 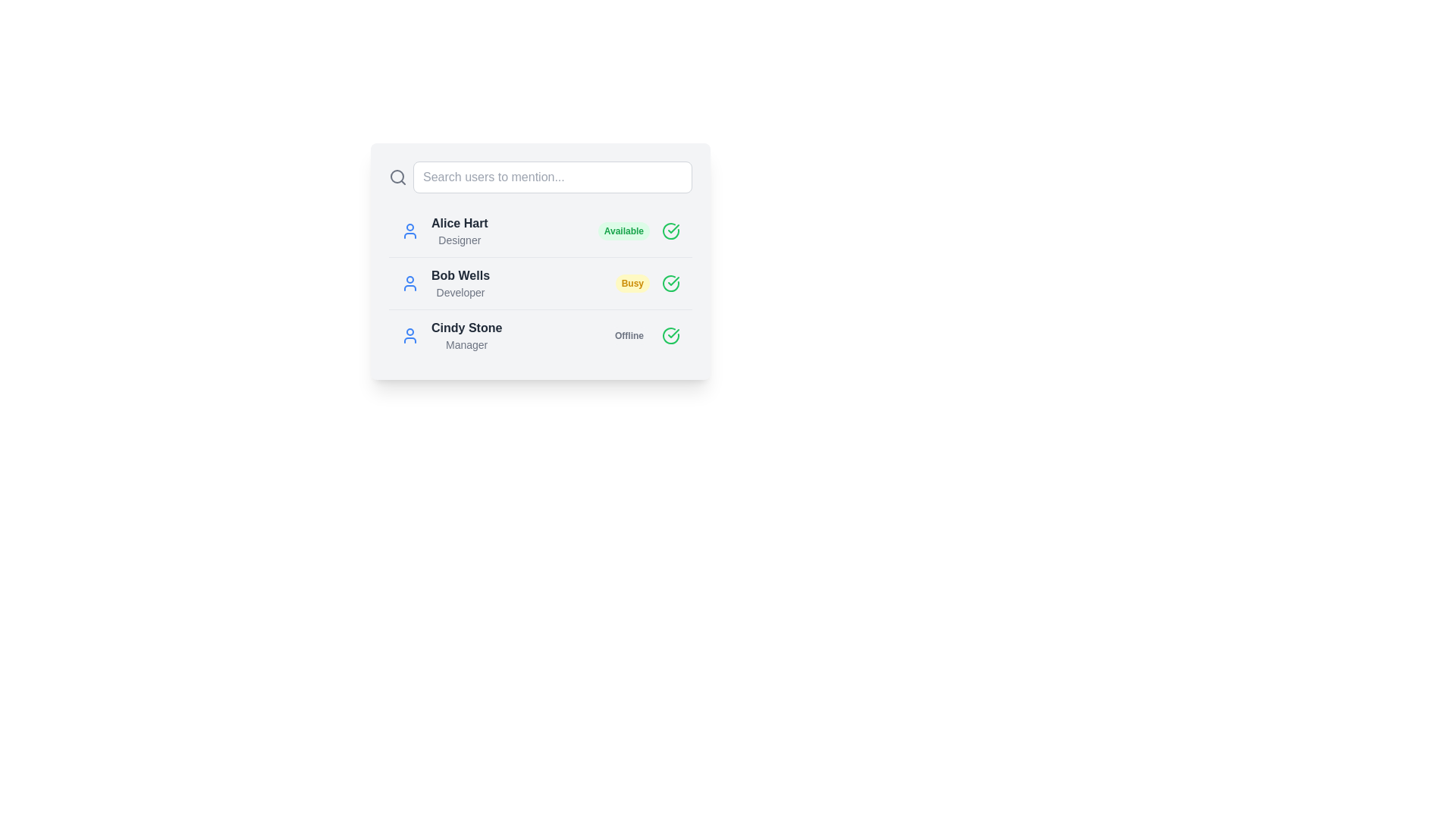 What do you see at coordinates (410, 335) in the screenshot?
I see `the SVG icon depicting a user silhouette associated with 'Cindy Stone' in the user list` at bounding box center [410, 335].